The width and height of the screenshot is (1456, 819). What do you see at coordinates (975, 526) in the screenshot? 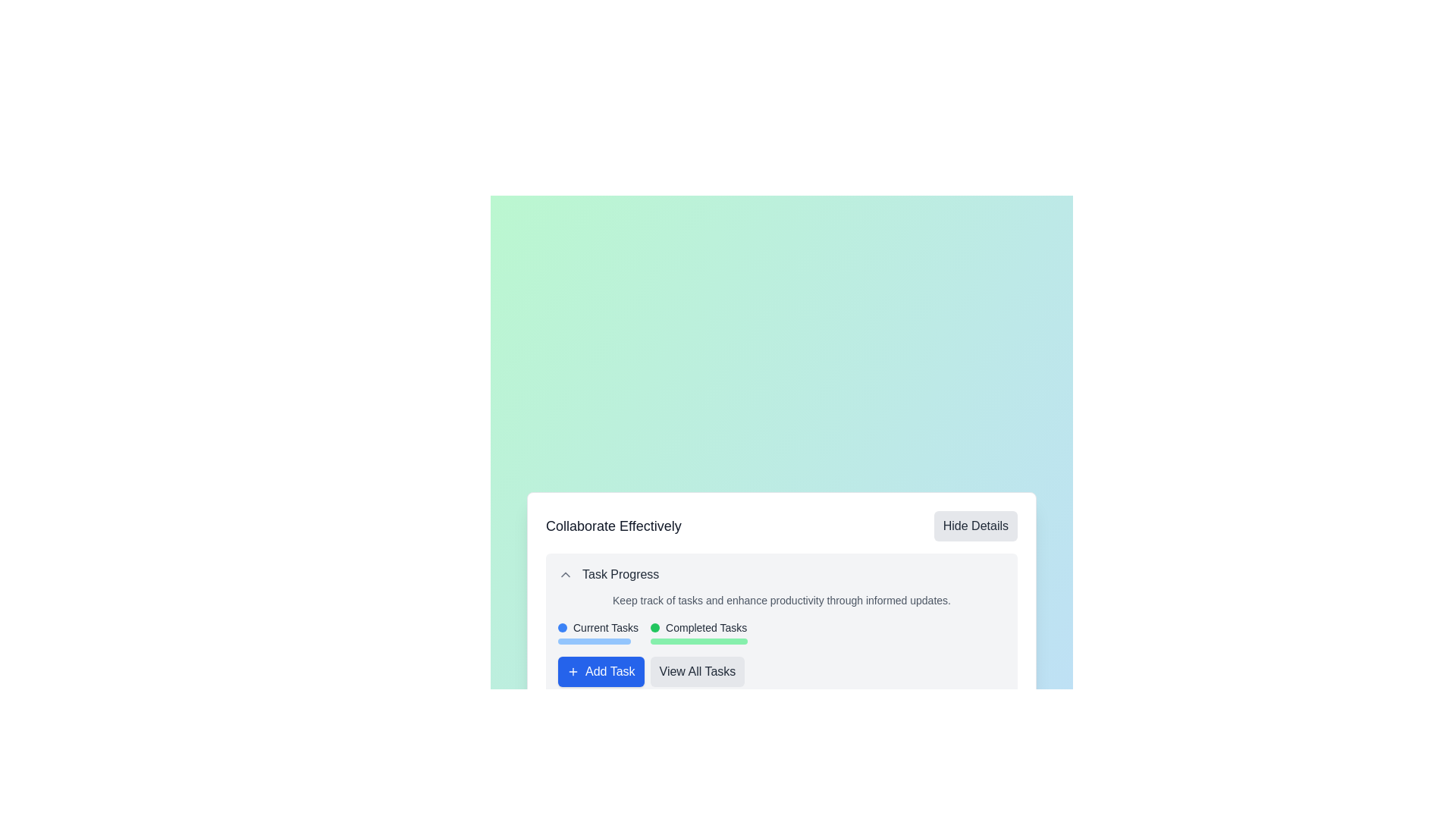
I see `the 'Hide Details' button, which is a rectangular button with a gray background and rounded corners, to observe the background color change to a lighter gray` at bounding box center [975, 526].